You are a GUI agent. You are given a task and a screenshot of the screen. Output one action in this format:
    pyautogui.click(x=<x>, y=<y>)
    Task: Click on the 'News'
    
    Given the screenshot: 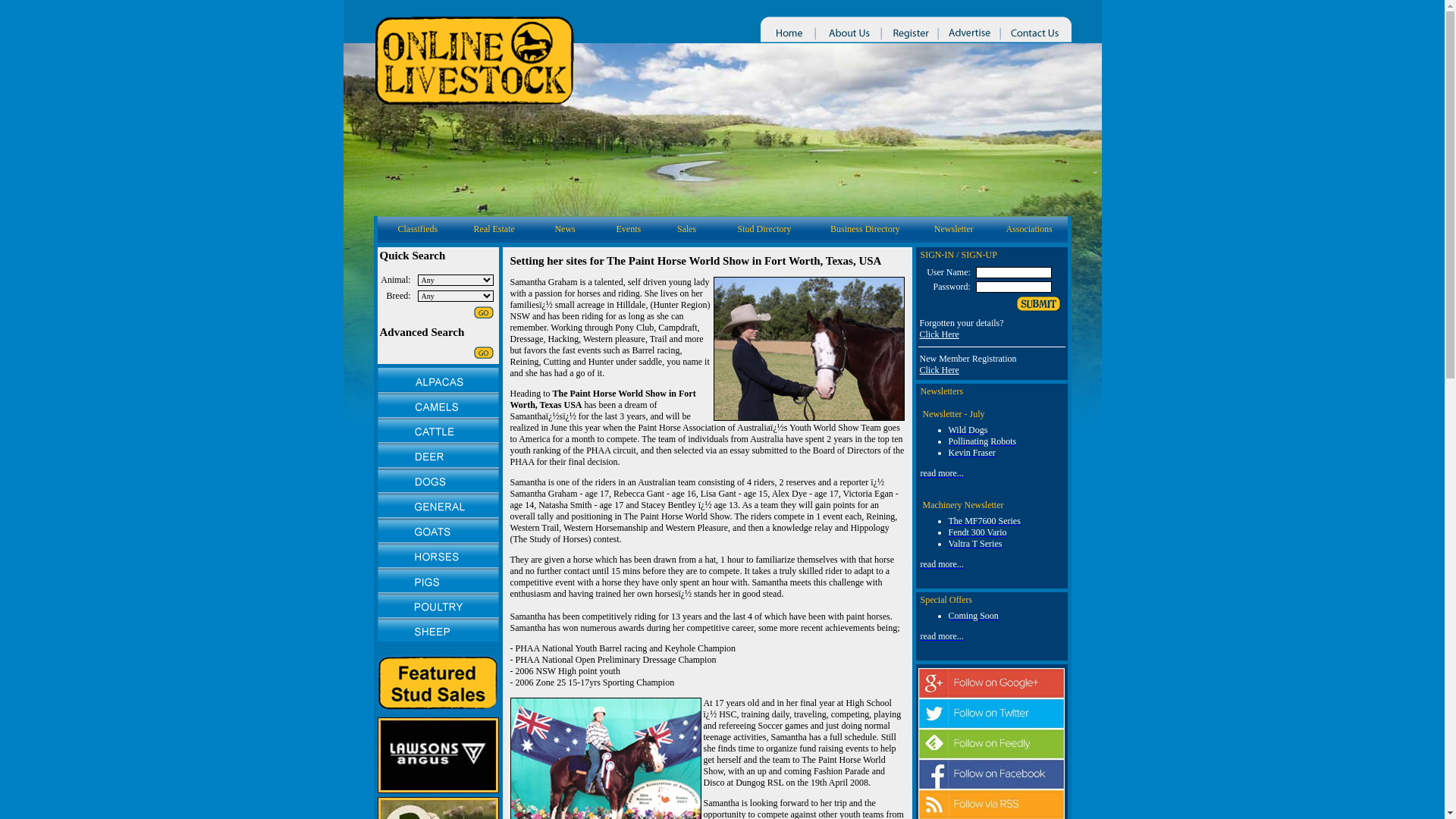 What is the action you would take?
    pyautogui.click(x=563, y=228)
    